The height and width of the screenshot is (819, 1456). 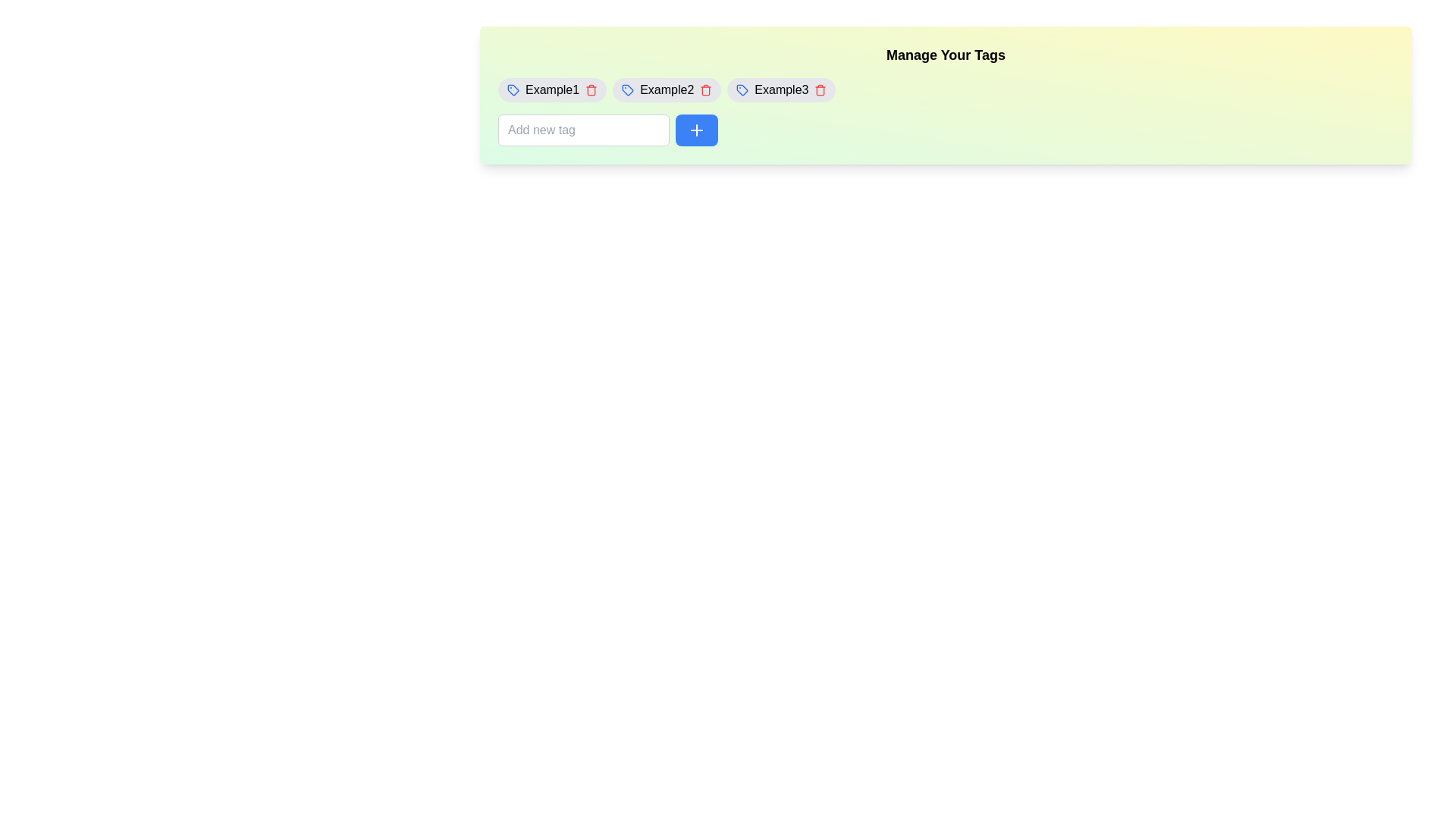 What do you see at coordinates (551, 90) in the screenshot?
I see `the text 'Example1' within the first chip of a horizontal sequence` at bounding box center [551, 90].